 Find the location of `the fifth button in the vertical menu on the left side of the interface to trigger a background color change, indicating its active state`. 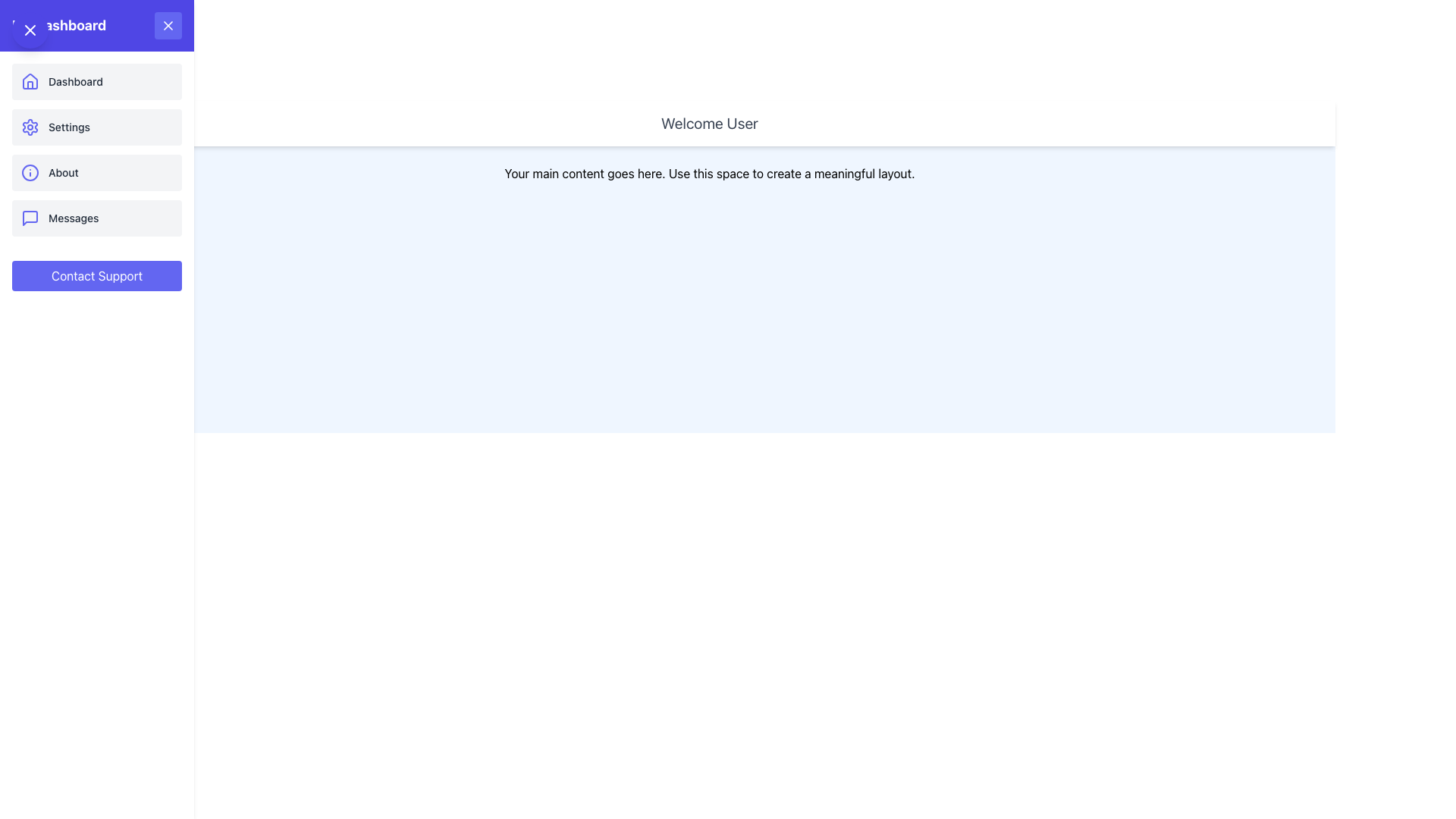

the fifth button in the vertical menu on the left side of the interface to trigger a background color change, indicating its active state is located at coordinates (96, 275).